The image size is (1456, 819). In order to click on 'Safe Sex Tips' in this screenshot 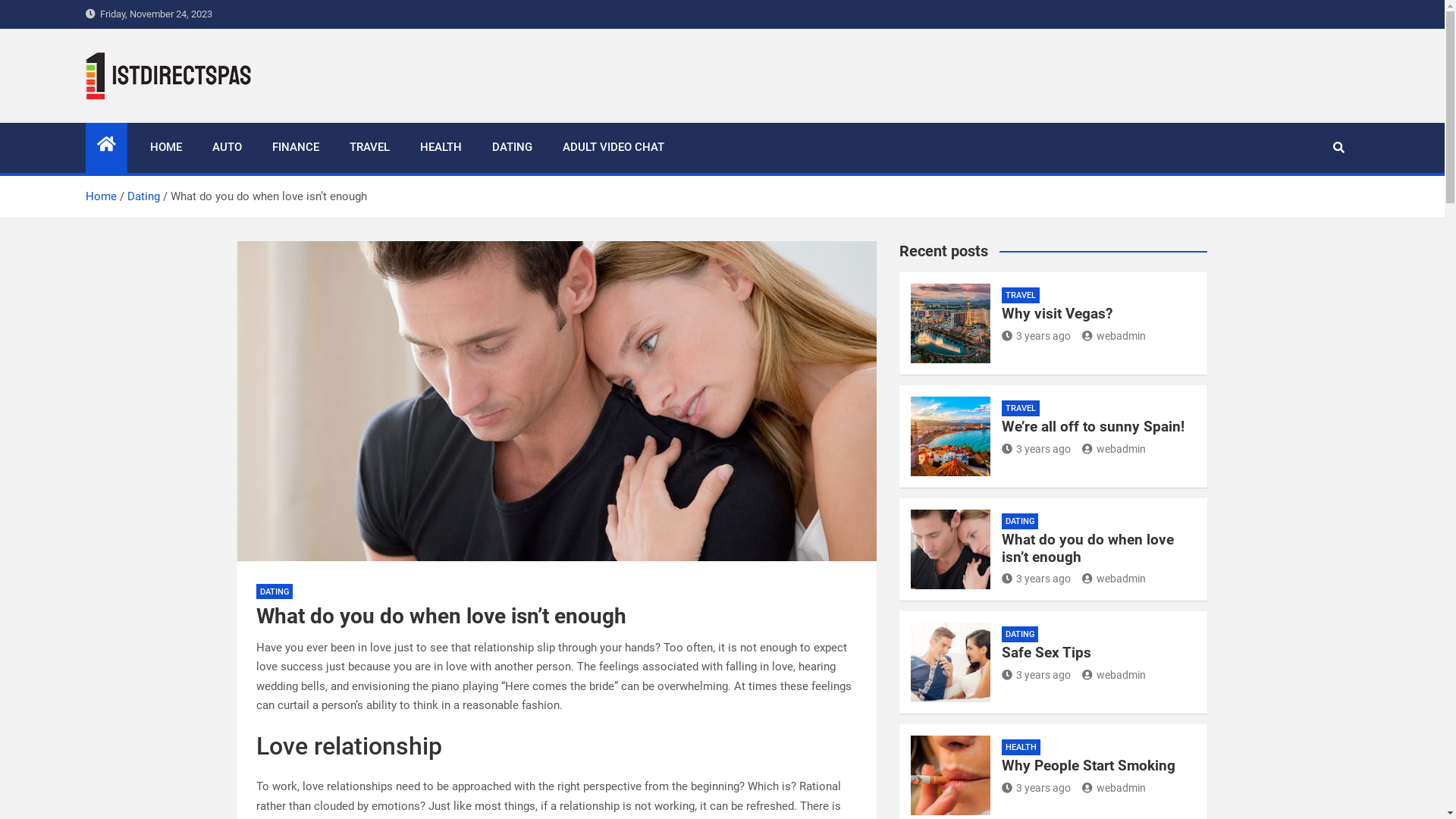, I will do `click(1046, 651)`.